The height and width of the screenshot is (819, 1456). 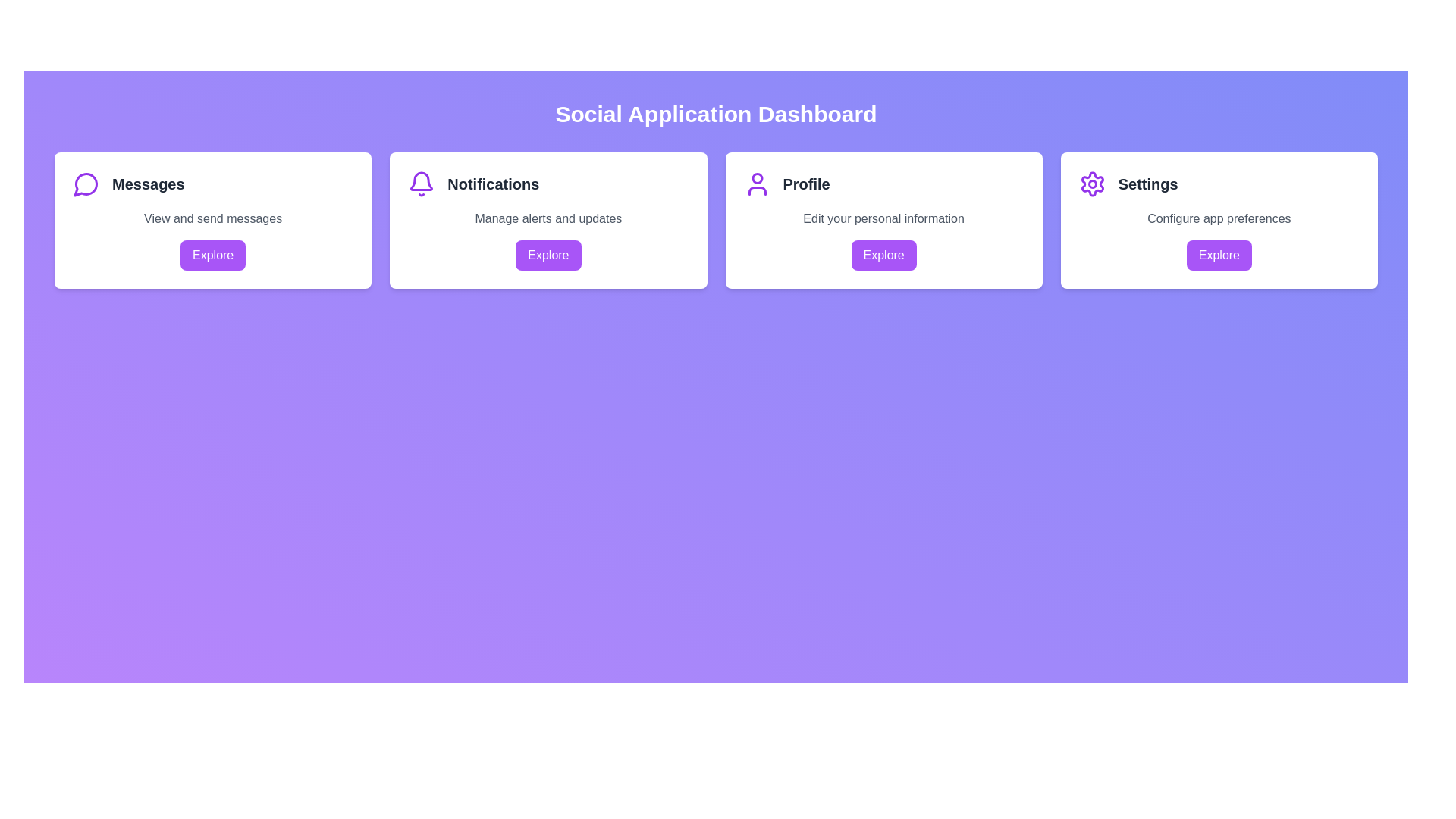 I want to click on the static text element that reads 'Configure app preferences', which is styled in gray and positioned beneath the 'Settings' header in the card layout, so click(x=1219, y=219).